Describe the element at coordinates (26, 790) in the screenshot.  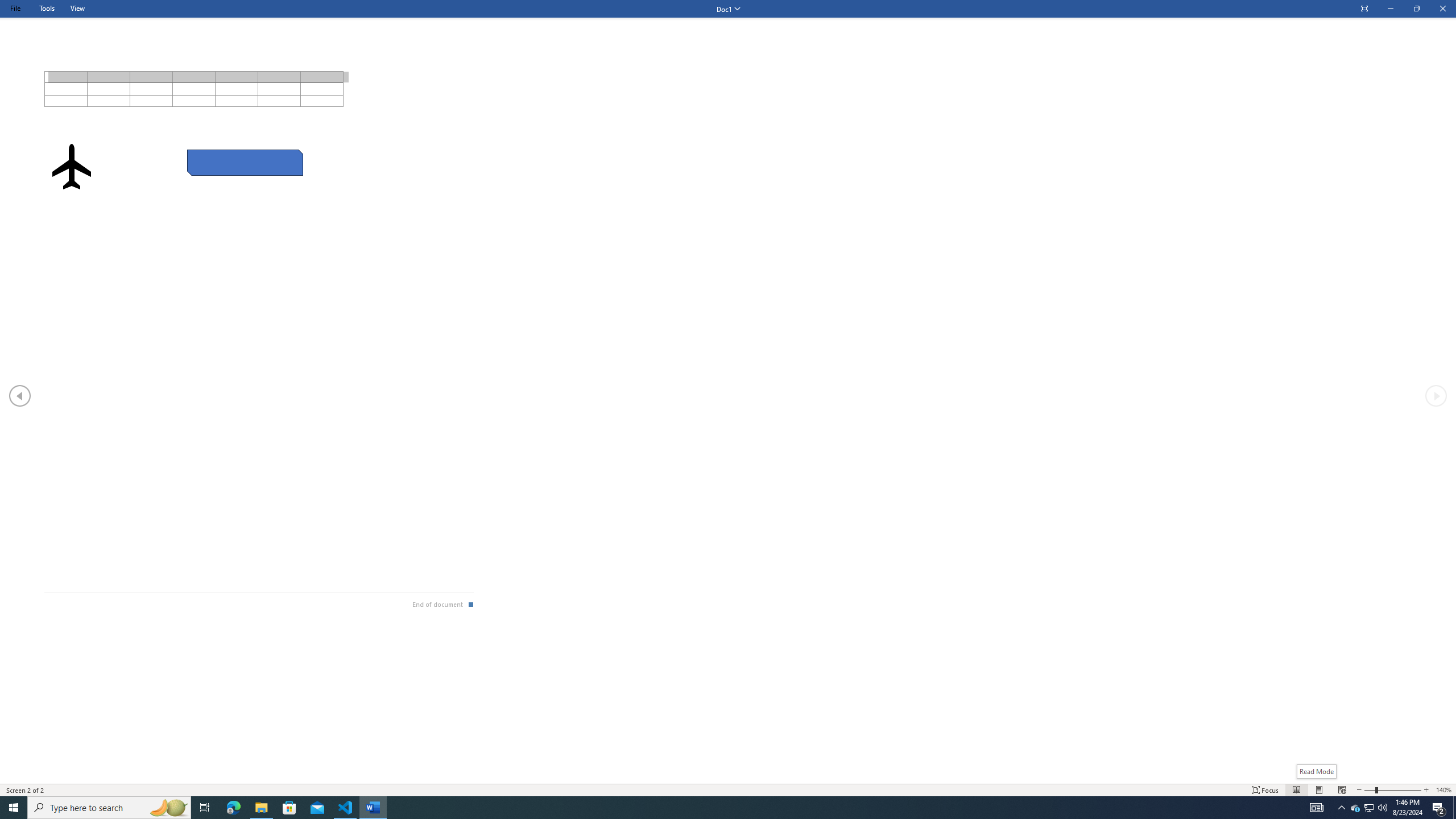
I see `'Page Number Screen 2 of 2 '` at that location.